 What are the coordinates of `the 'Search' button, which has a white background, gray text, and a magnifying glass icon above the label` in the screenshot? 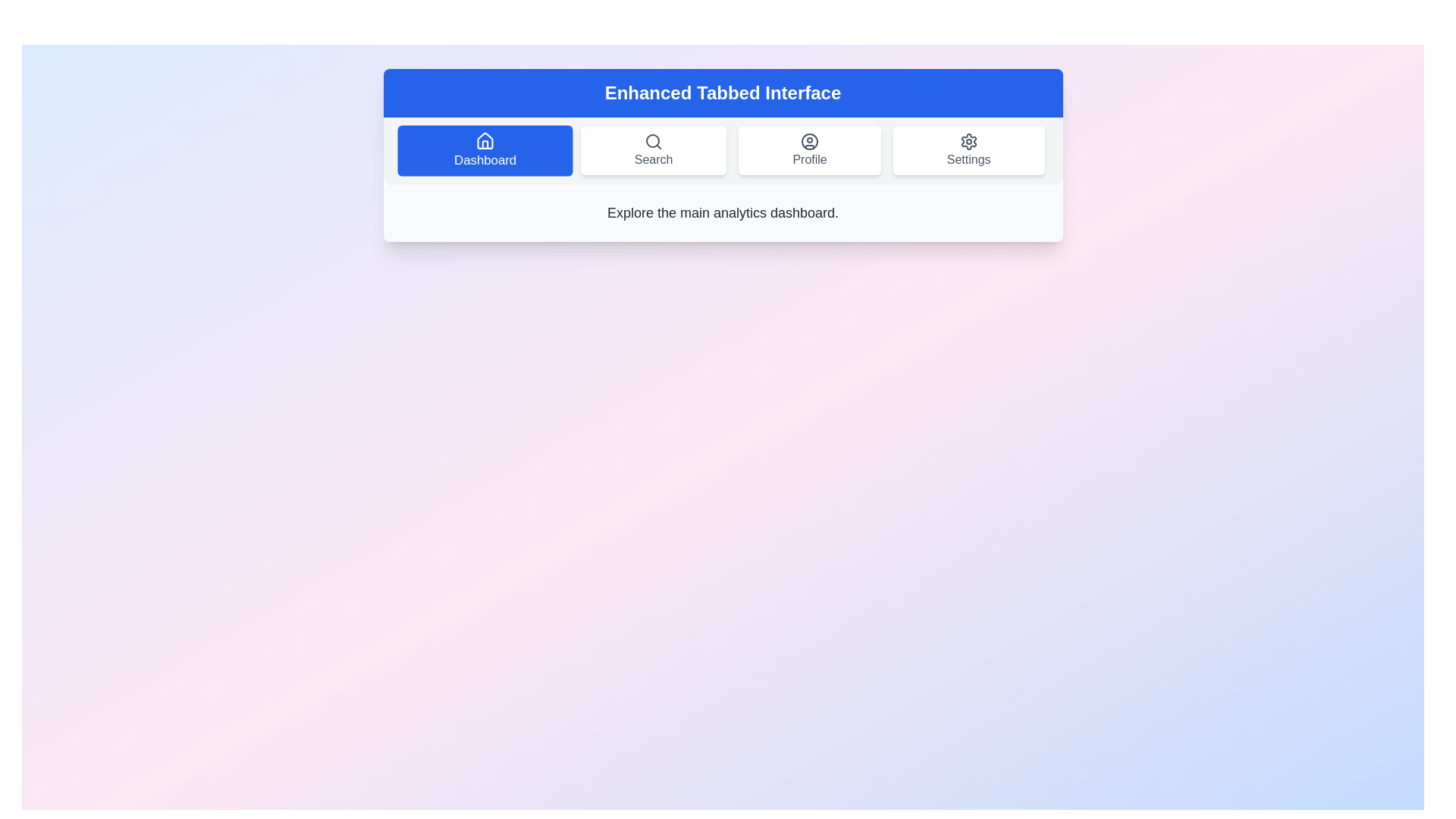 It's located at (654, 151).